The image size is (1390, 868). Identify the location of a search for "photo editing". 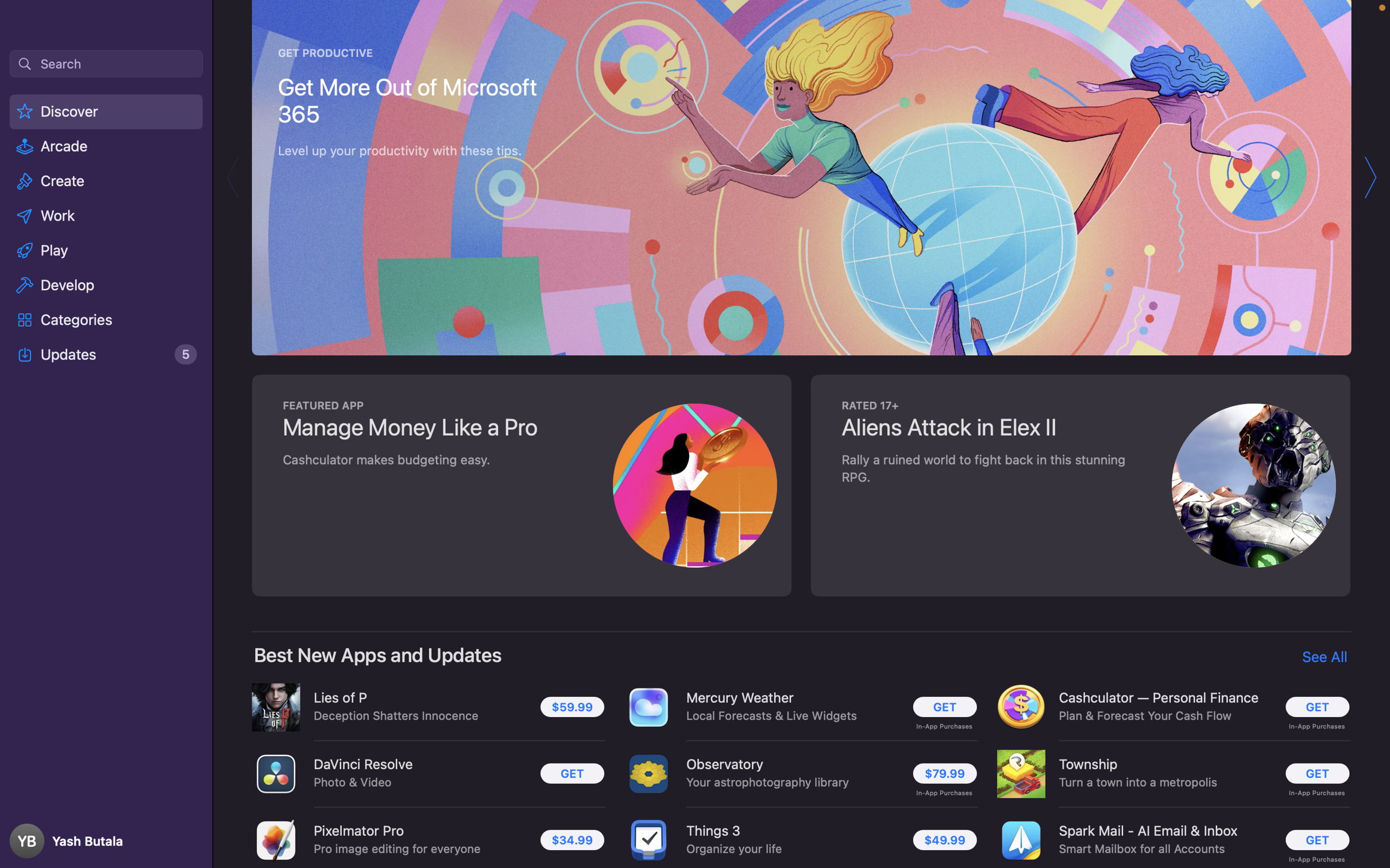
(105, 63).